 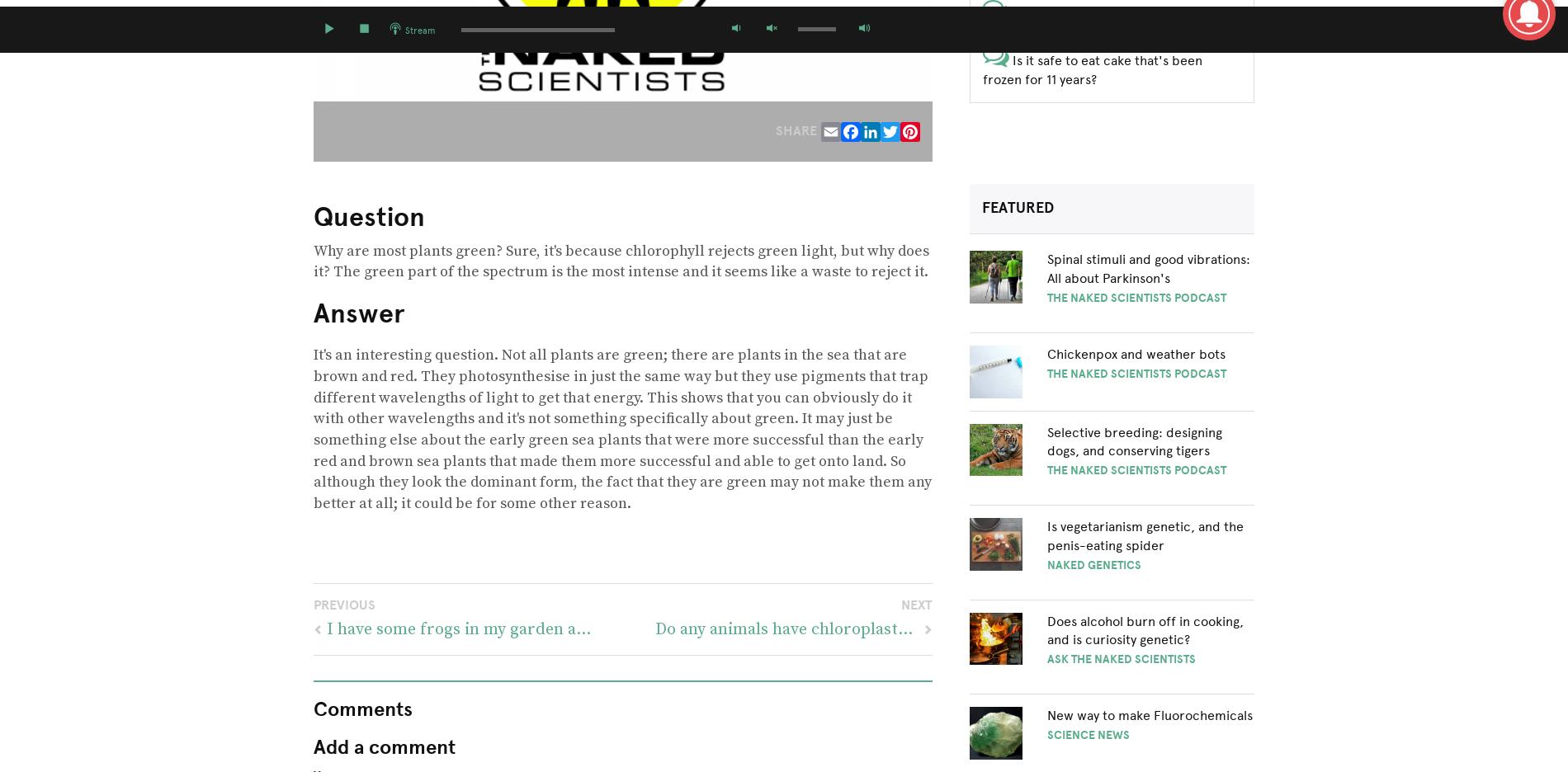 What do you see at coordinates (1046, 658) in the screenshot?
I see `'Ask The Naked Scientists'` at bounding box center [1046, 658].